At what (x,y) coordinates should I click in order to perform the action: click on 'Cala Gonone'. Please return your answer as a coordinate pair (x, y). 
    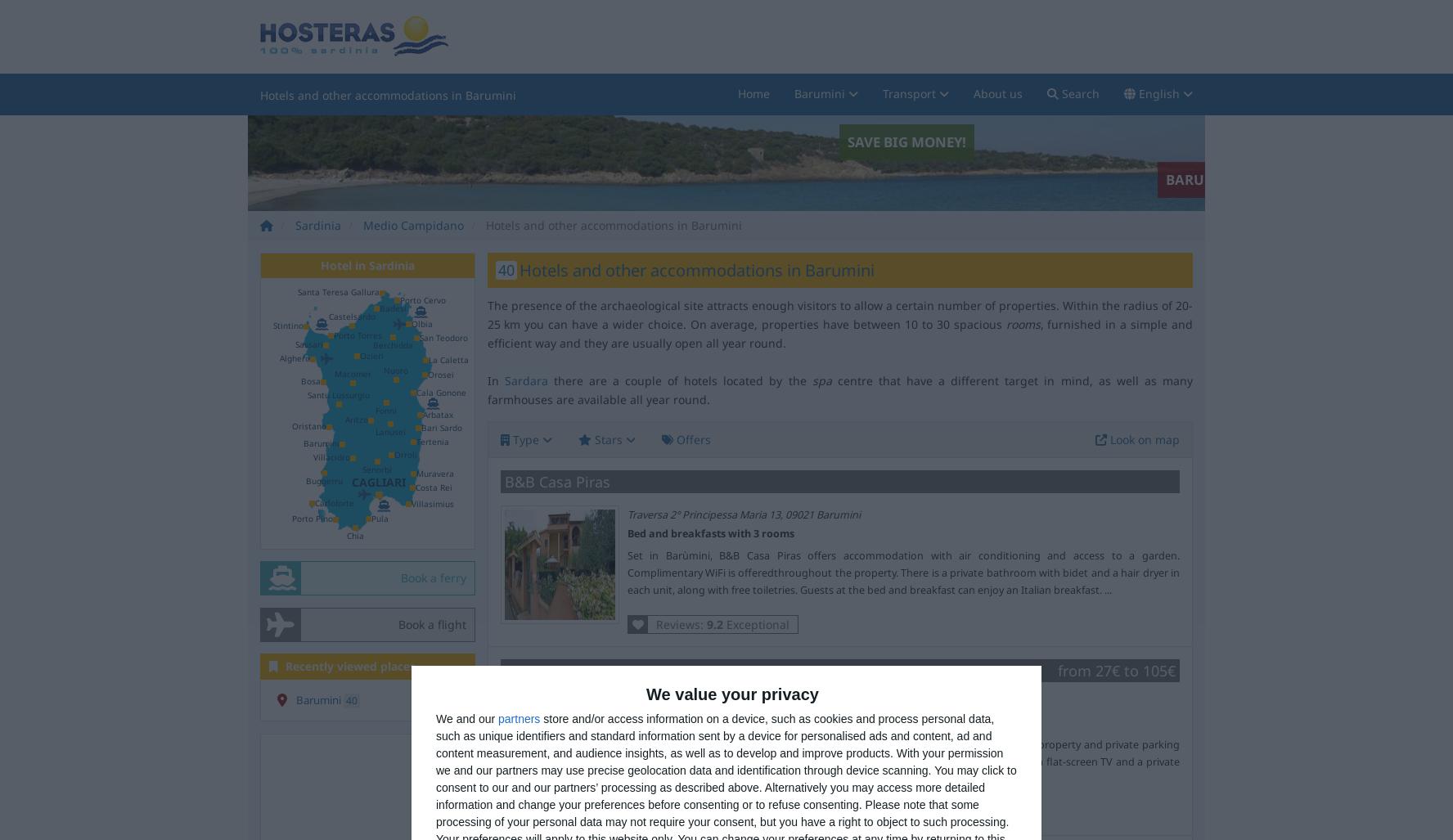
    Looking at the image, I should click on (416, 391).